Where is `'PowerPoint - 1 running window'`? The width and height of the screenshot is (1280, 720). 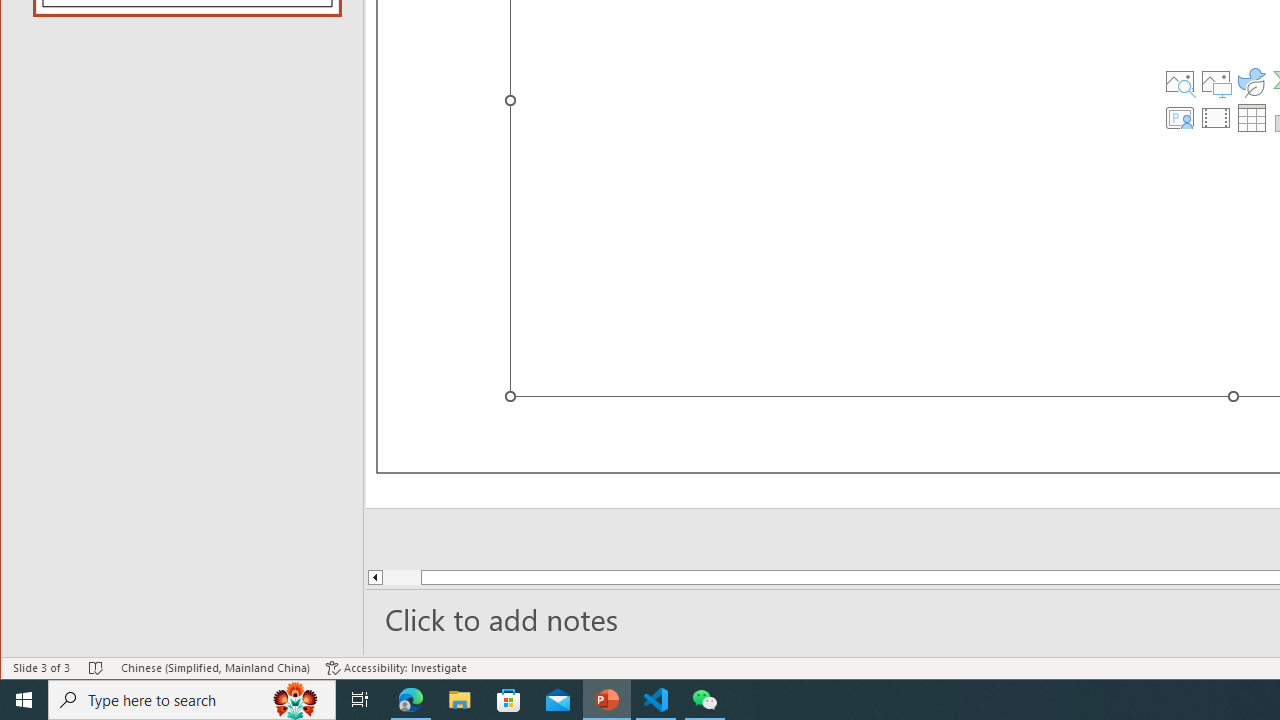 'PowerPoint - 1 running window' is located at coordinates (606, 698).